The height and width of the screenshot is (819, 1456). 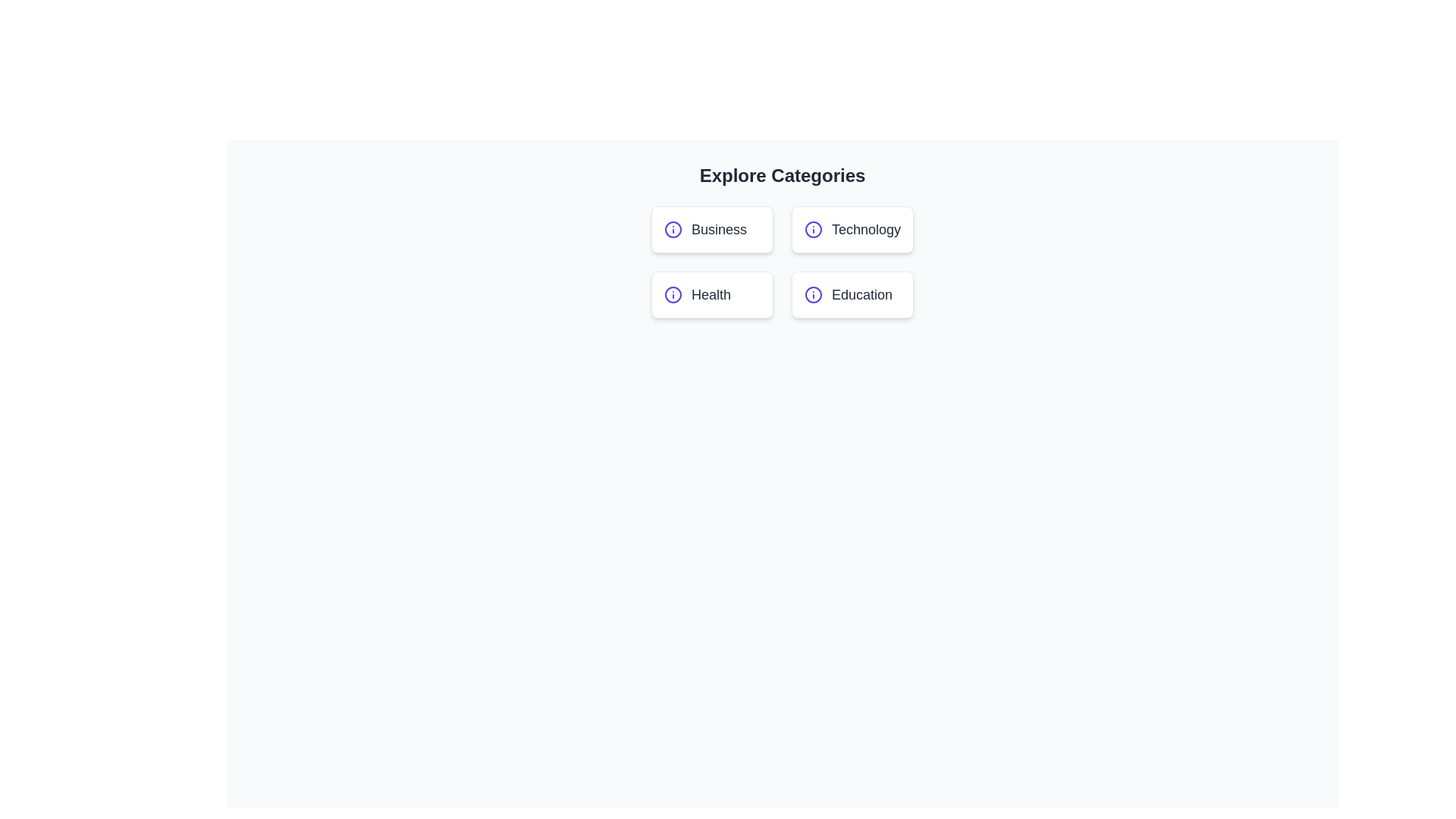 What do you see at coordinates (710, 295) in the screenshot?
I see `text content of the 'Health' category label located in the second row, first column of the grid layout under 'Explore Categories', which is visually aligned next to an informational icon` at bounding box center [710, 295].